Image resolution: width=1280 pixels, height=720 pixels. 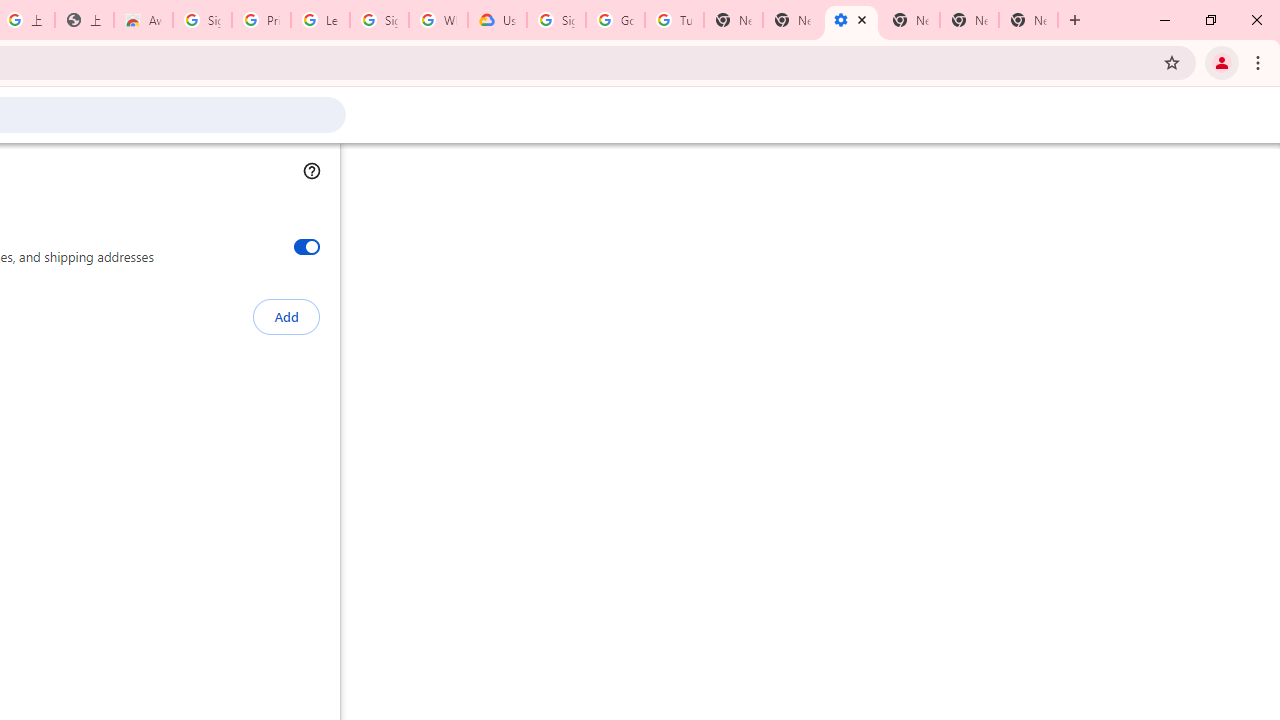 I want to click on 'Who are Google', so click(x=437, y=20).